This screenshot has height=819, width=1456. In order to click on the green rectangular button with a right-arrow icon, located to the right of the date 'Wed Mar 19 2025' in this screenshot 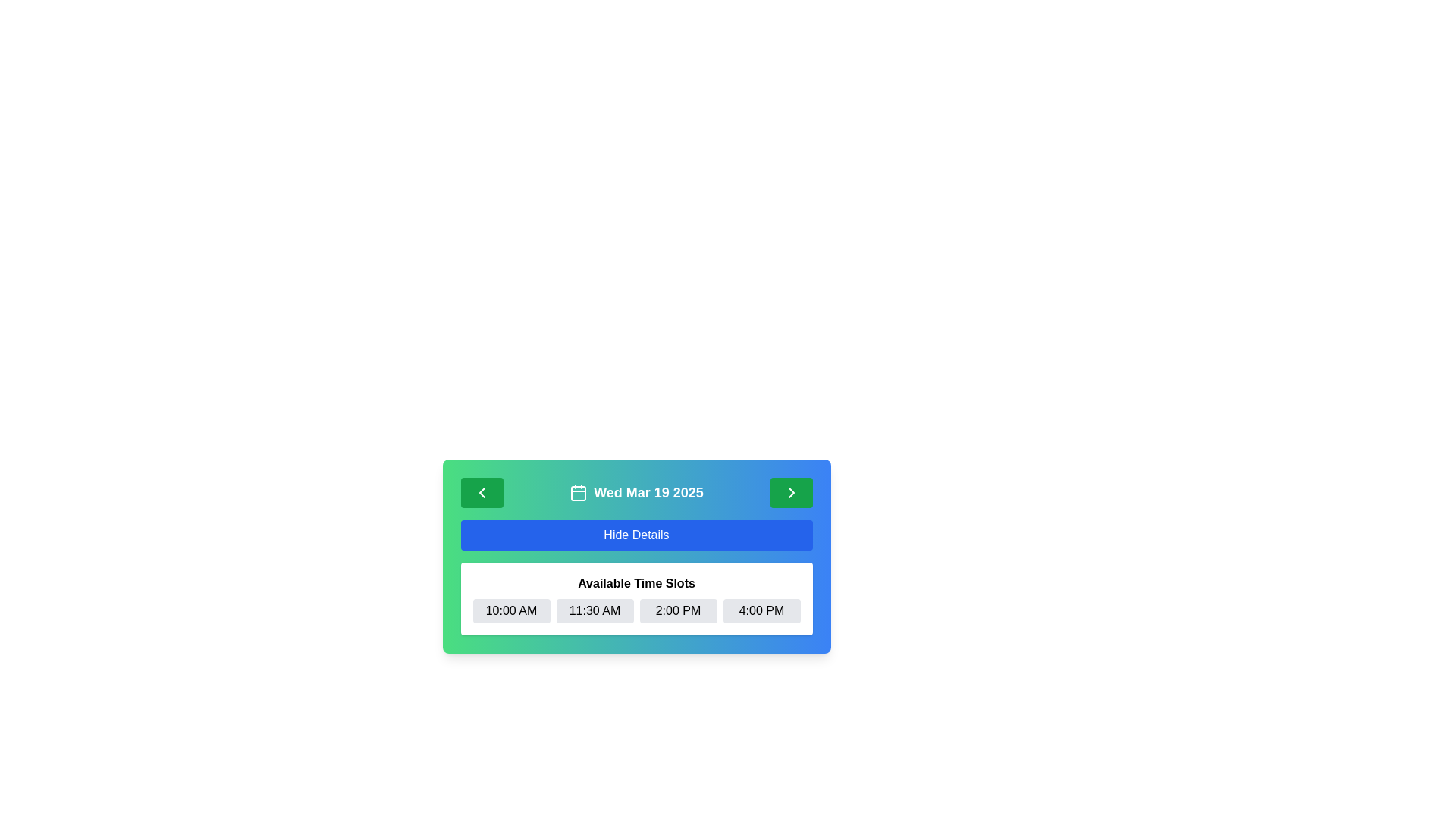, I will do `click(790, 493)`.